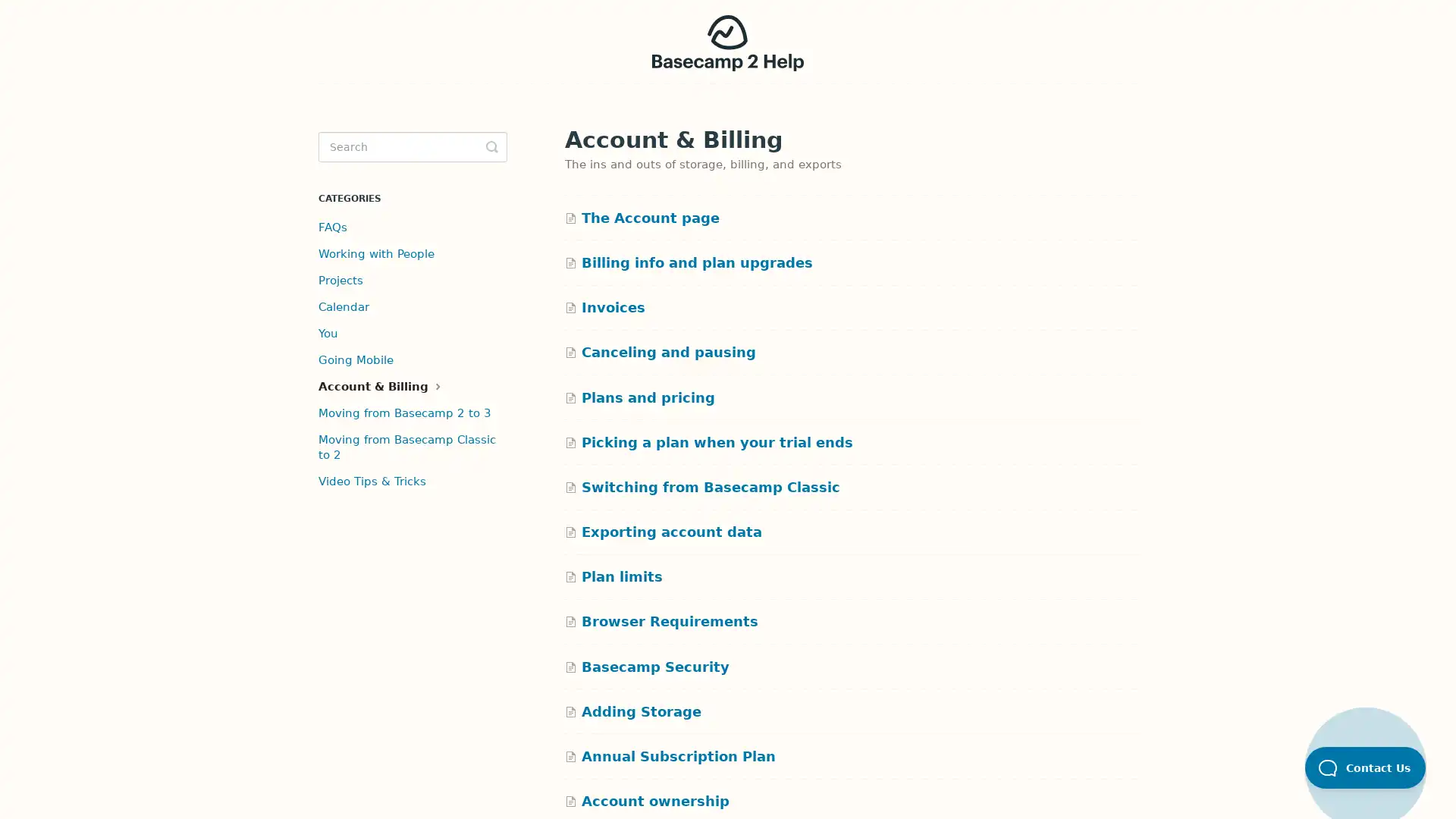 The image size is (1456, 819). Describe the element at coordinates (491, 146) in the screenshot. I see `Toggle Search` at that location.